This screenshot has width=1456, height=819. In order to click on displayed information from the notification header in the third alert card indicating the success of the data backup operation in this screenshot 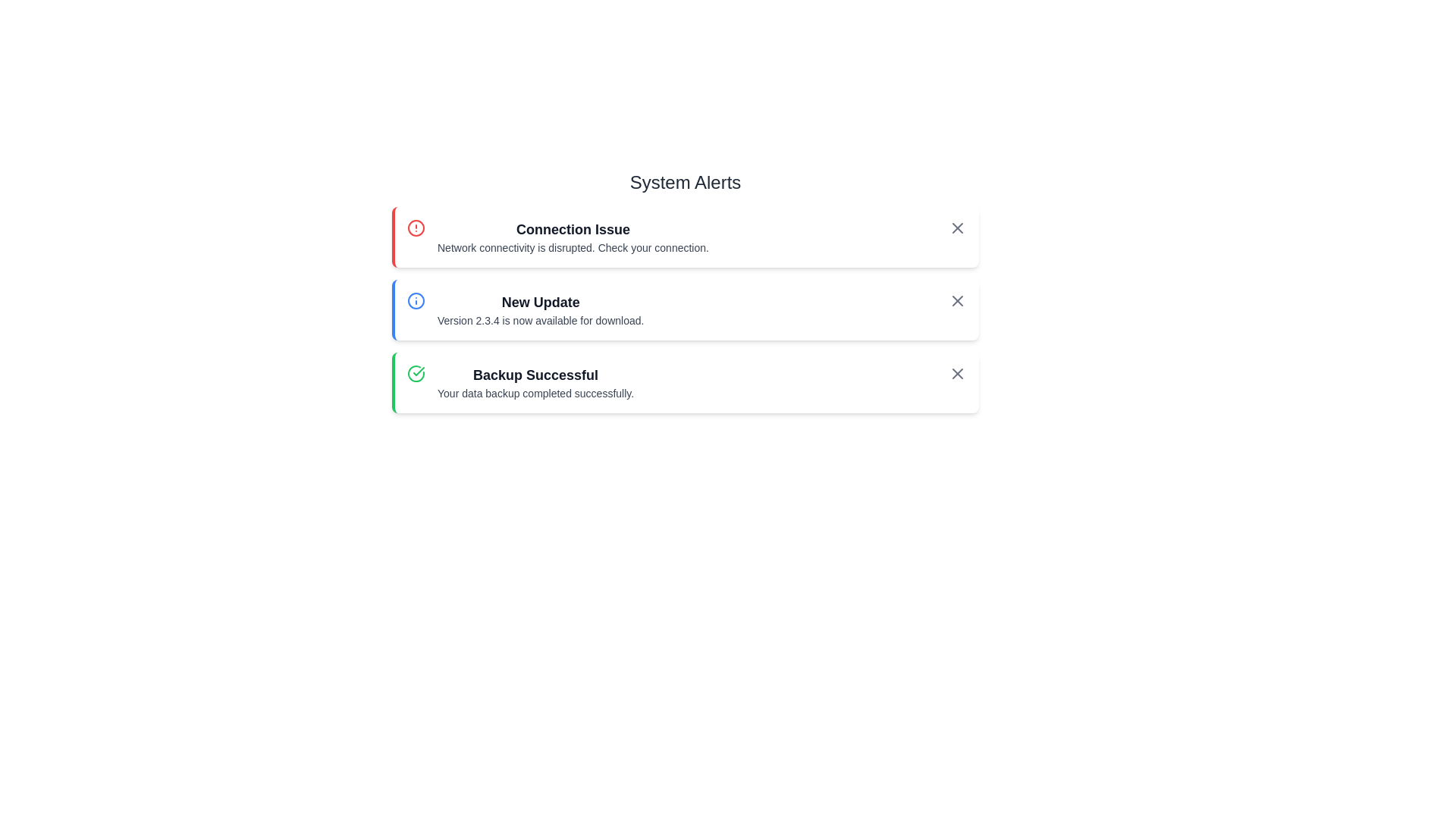, I will do `click(535, 375)`.